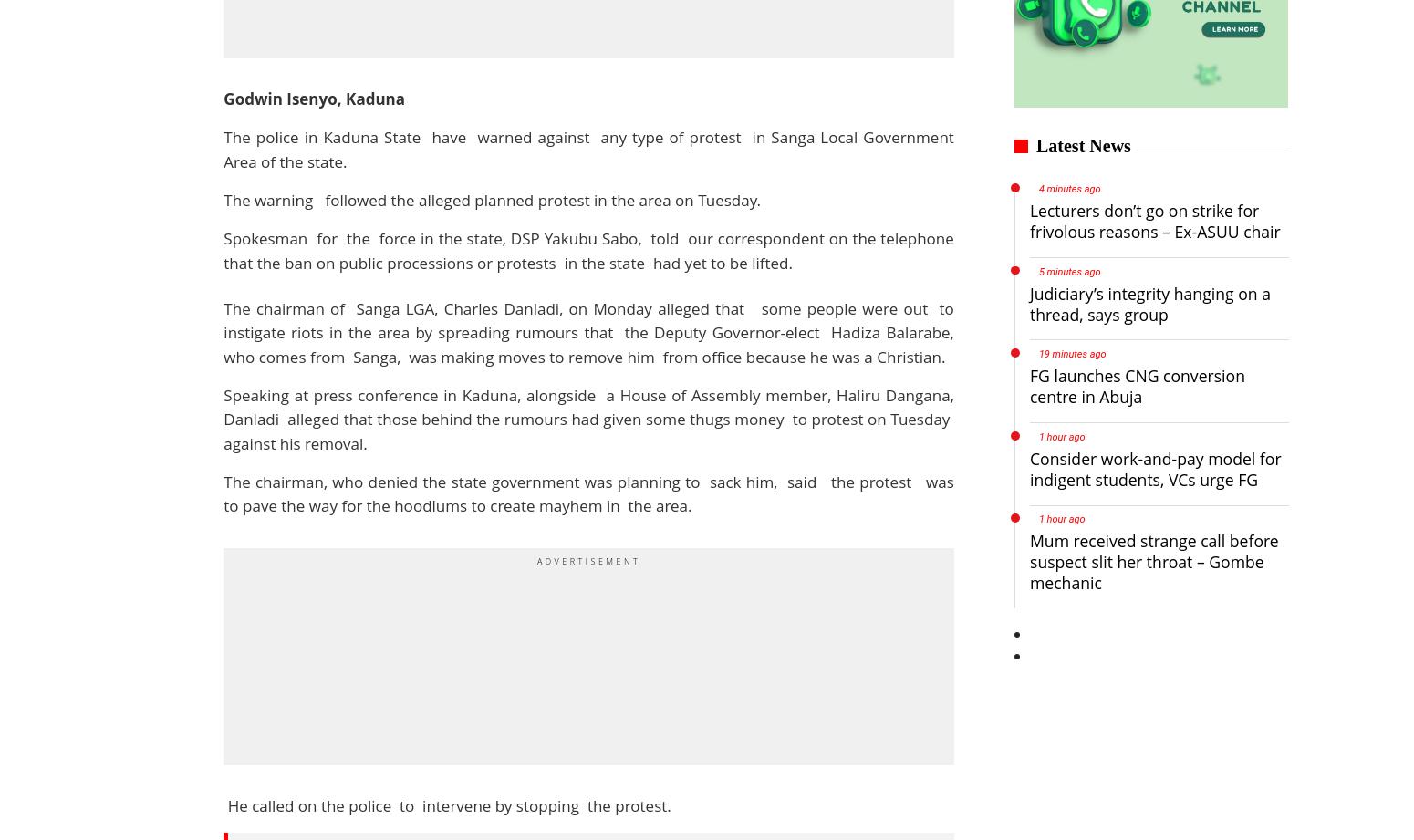 This screenshot has height=840, width=1414. I want to click on 'Special Features', so click(695, 711).